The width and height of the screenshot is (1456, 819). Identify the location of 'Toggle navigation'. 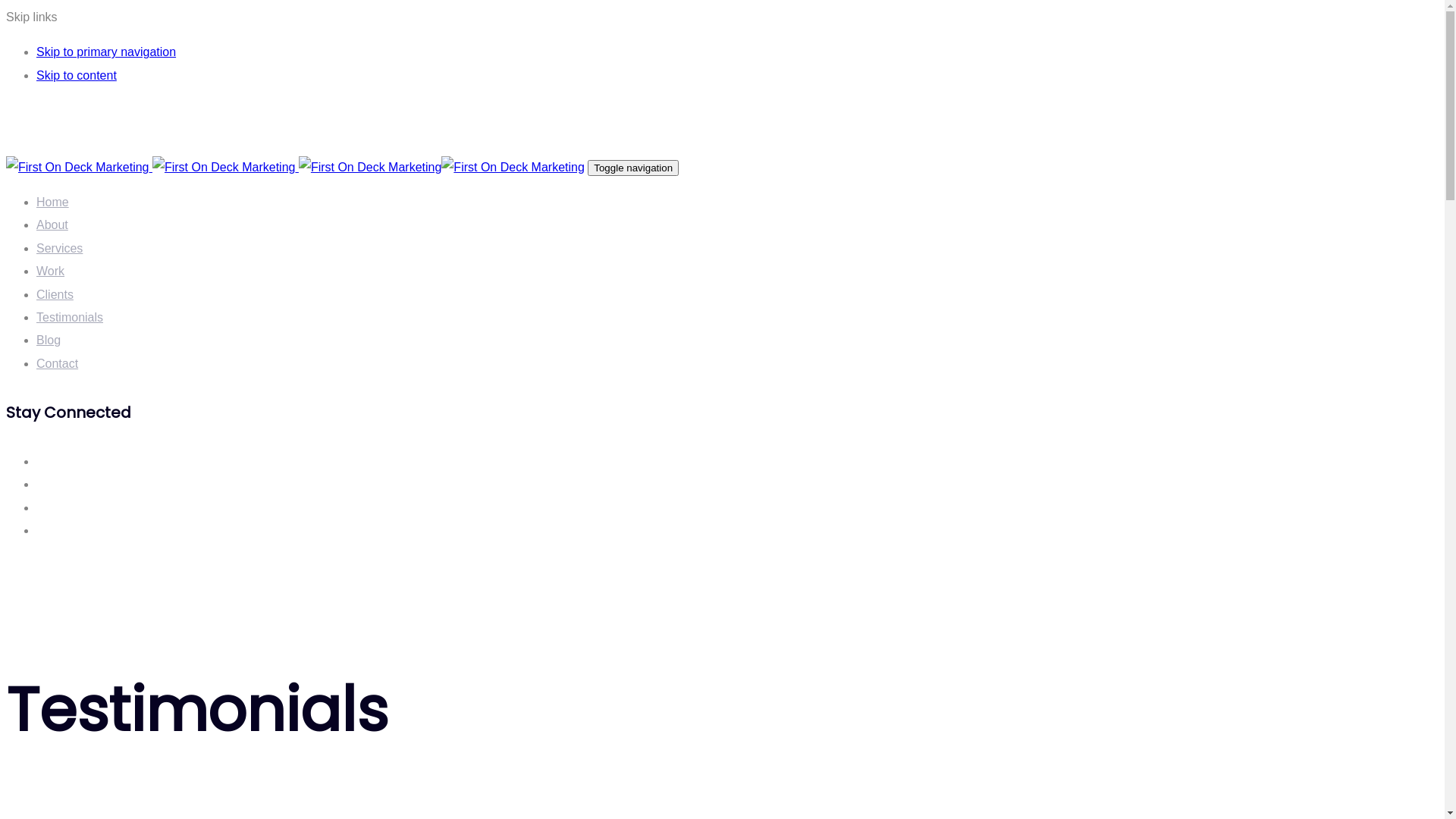
(633, 168).